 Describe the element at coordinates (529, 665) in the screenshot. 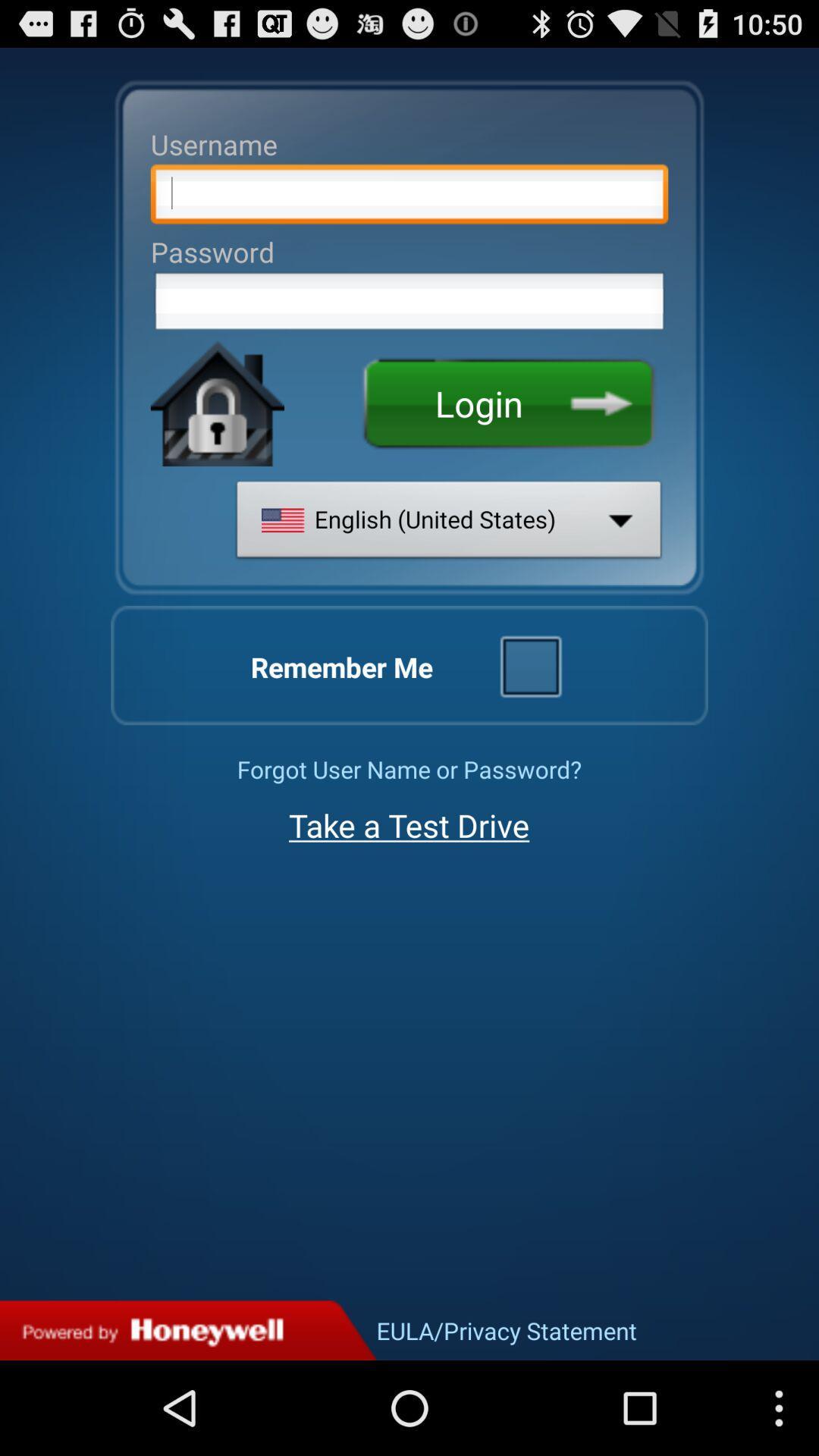

I see `remember me` at that location.